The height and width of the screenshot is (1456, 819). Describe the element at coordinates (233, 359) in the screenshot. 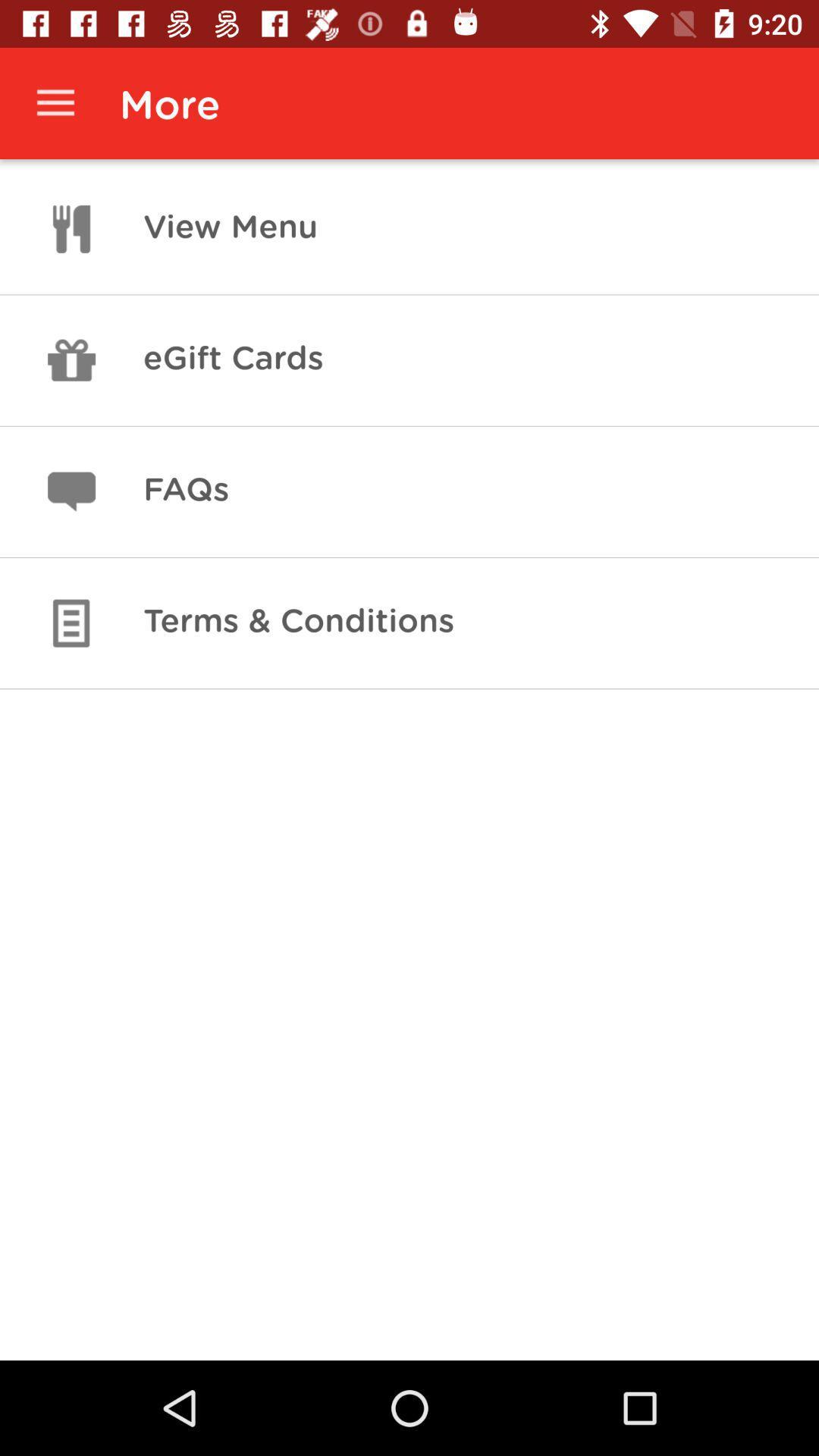

I see `egift cards icon` at that location.